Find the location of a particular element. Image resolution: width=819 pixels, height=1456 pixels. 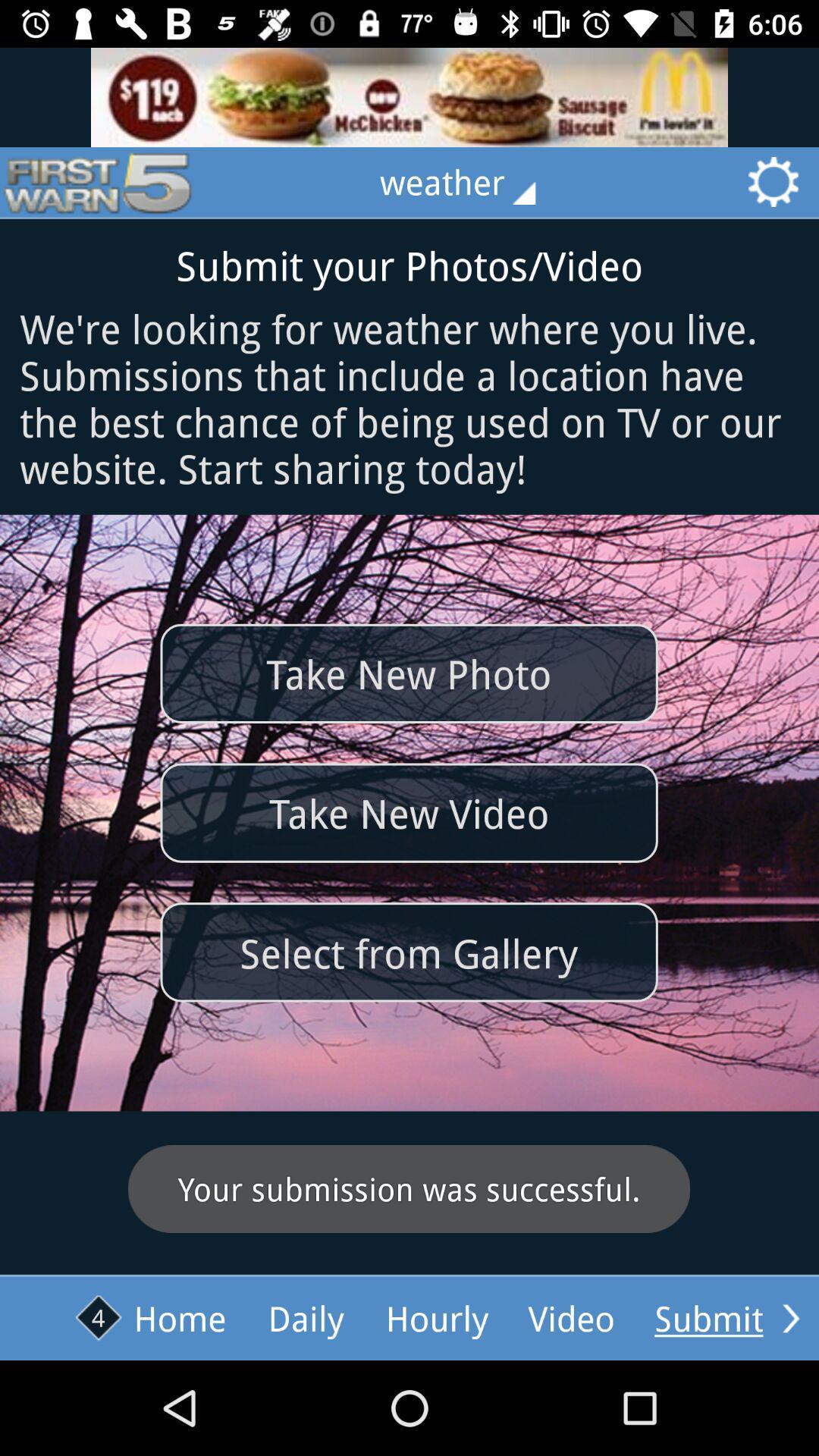

advertisement is located at coordinates (409, 96).